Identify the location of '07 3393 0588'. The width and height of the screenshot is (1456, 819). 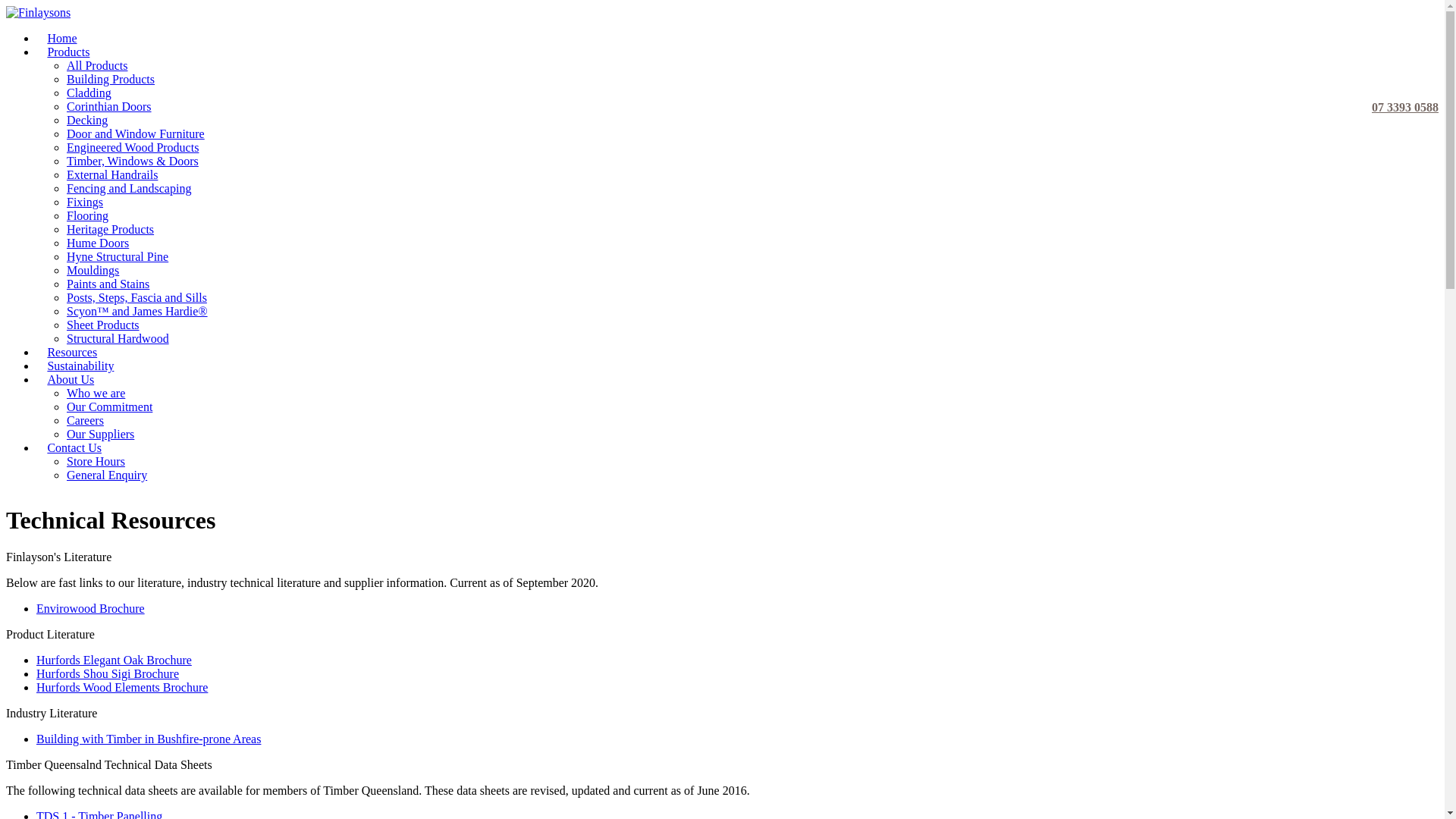
(1401, 77).